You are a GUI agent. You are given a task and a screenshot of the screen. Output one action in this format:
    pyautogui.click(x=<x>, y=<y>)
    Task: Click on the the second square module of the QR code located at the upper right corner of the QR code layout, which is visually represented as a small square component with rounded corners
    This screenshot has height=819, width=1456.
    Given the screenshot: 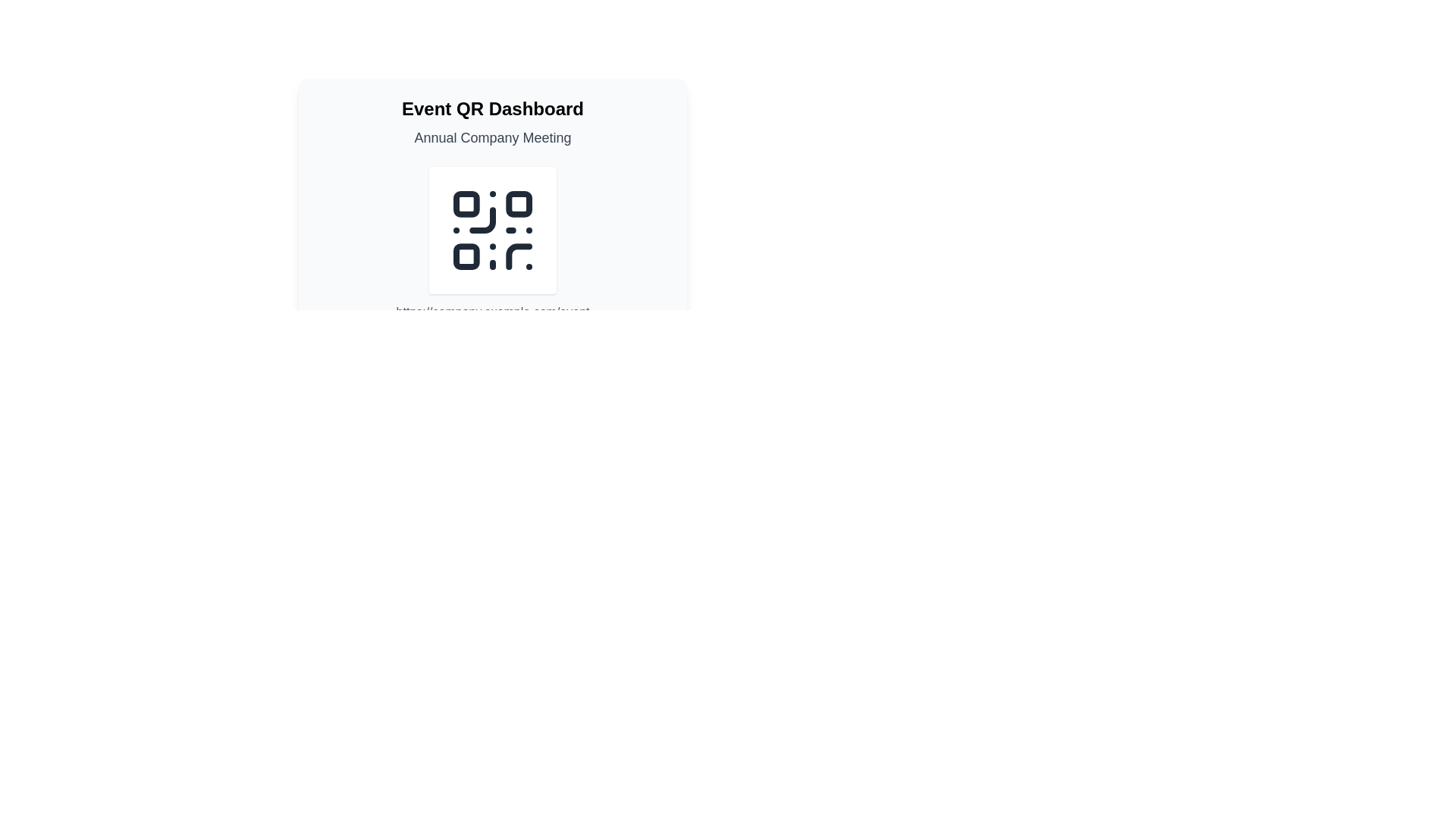 What is the action you would take?
    pyautogui.click(x=519, y=203)
    